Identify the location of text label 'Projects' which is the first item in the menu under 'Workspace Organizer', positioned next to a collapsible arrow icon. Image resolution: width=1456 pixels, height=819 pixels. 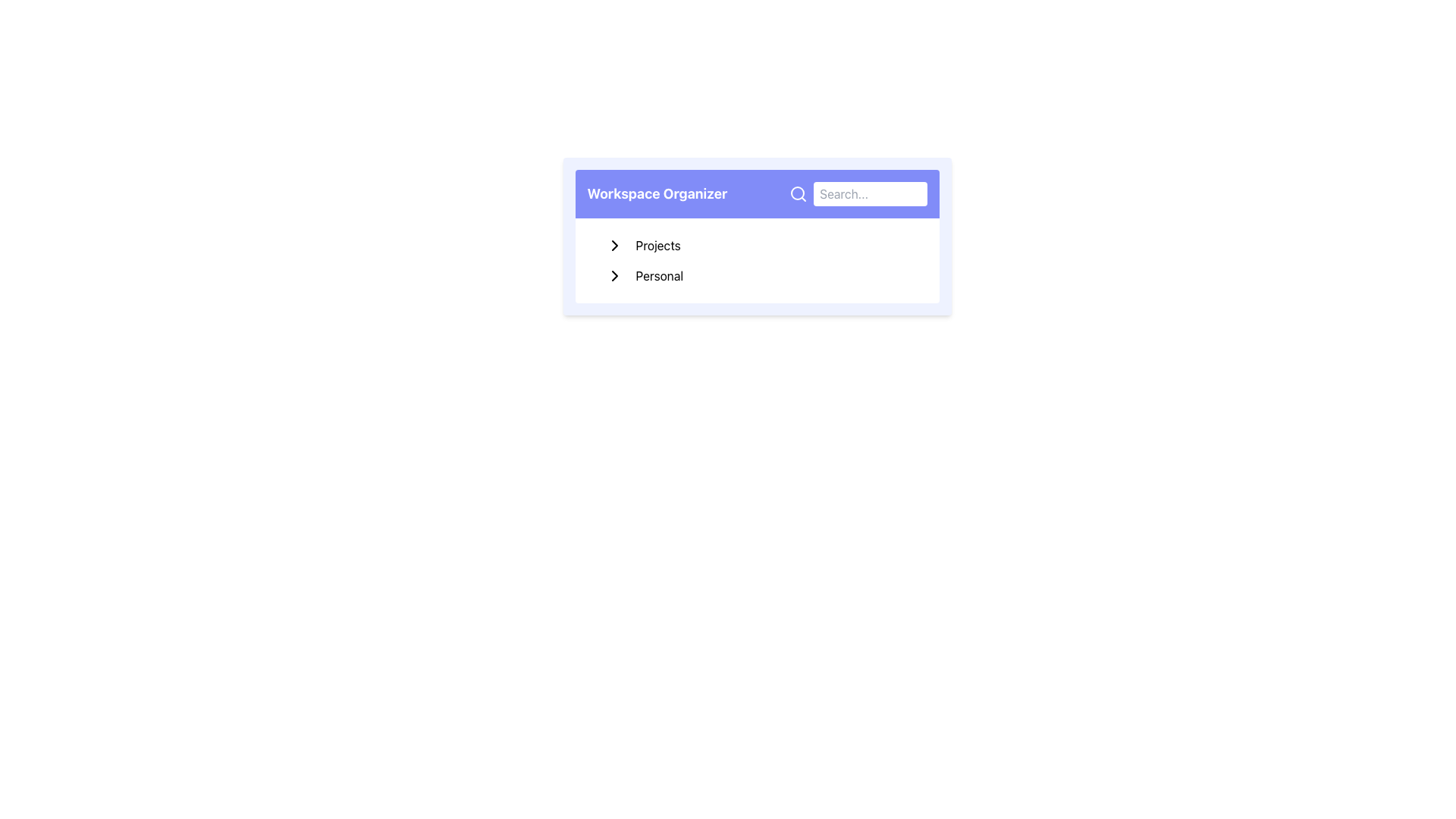
(658, 245).